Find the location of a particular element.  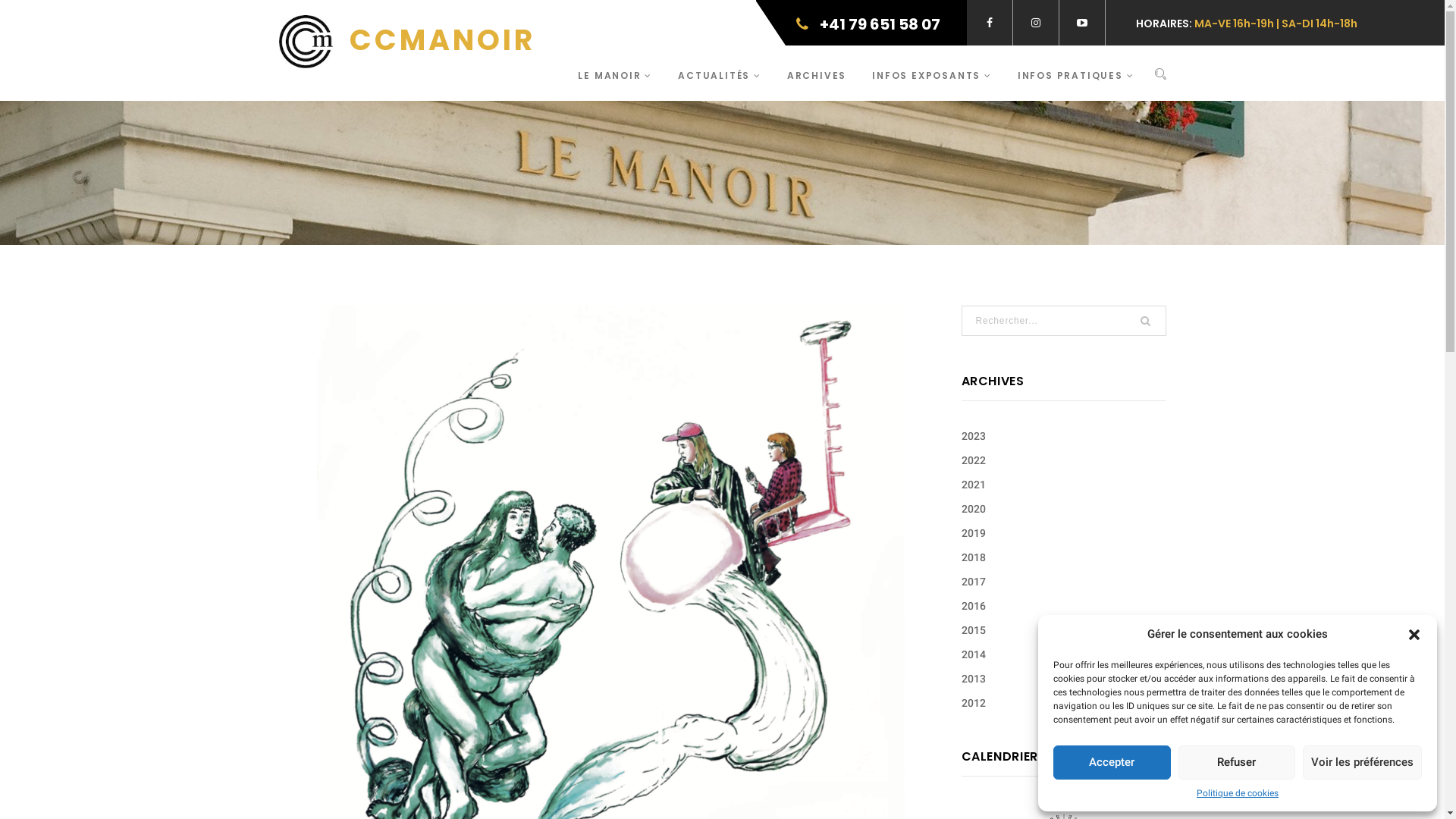

'CCMANOIR' is located at coordinates (407, 40).